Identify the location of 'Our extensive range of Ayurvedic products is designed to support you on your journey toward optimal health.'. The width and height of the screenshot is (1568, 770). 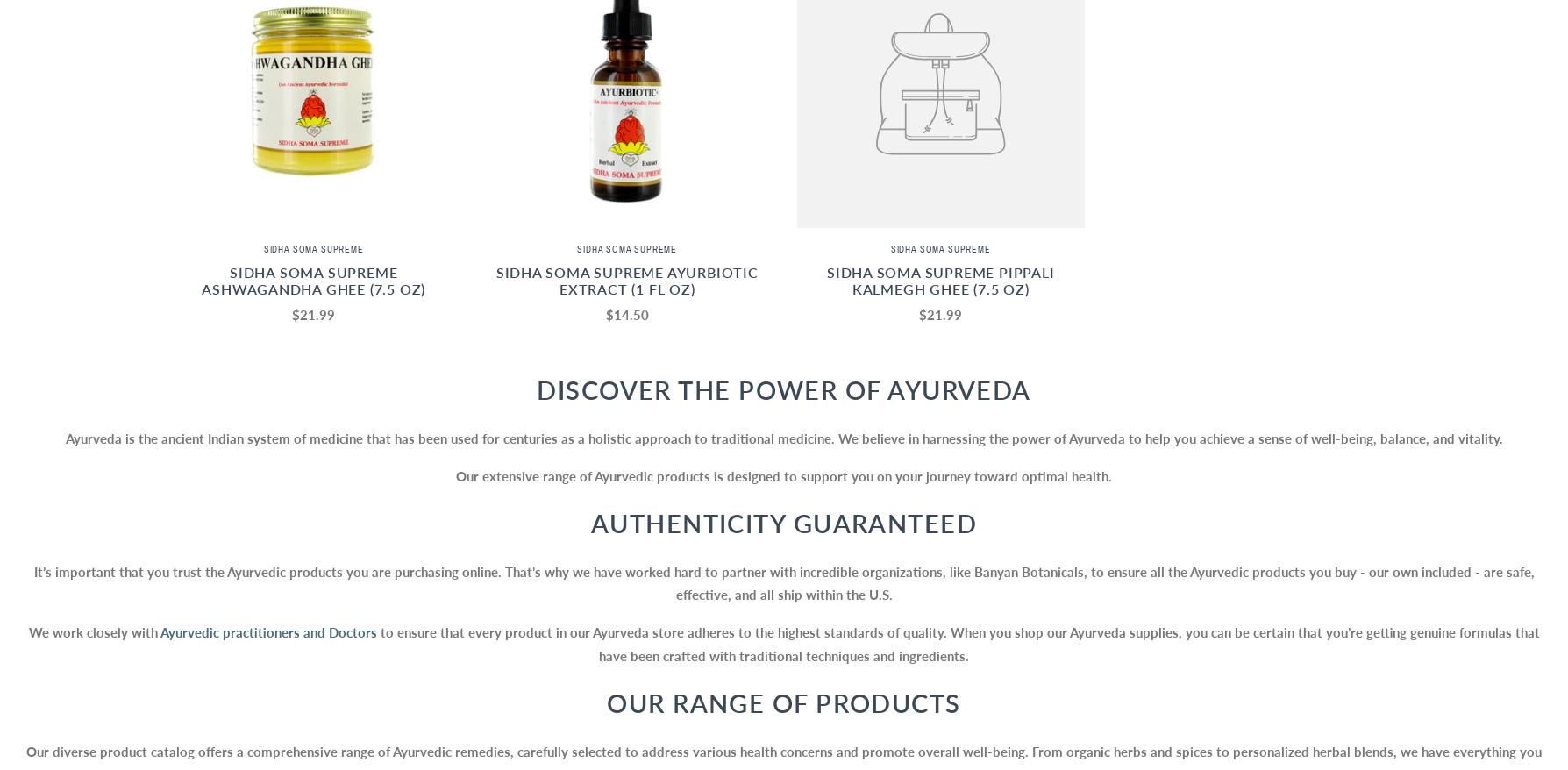
(455, 474).